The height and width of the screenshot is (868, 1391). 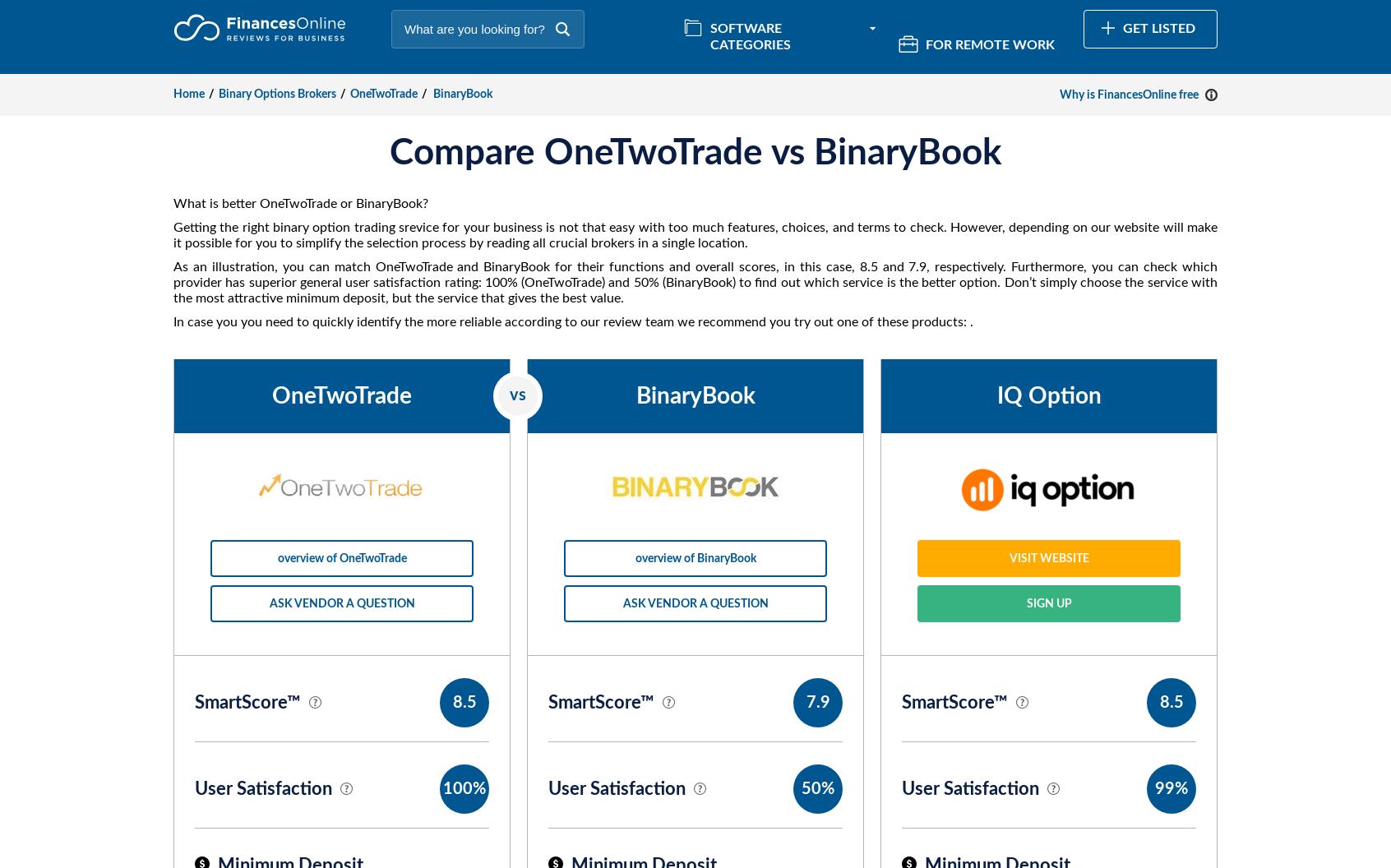 I want to click on '7.9', so click(x=816, y=703).